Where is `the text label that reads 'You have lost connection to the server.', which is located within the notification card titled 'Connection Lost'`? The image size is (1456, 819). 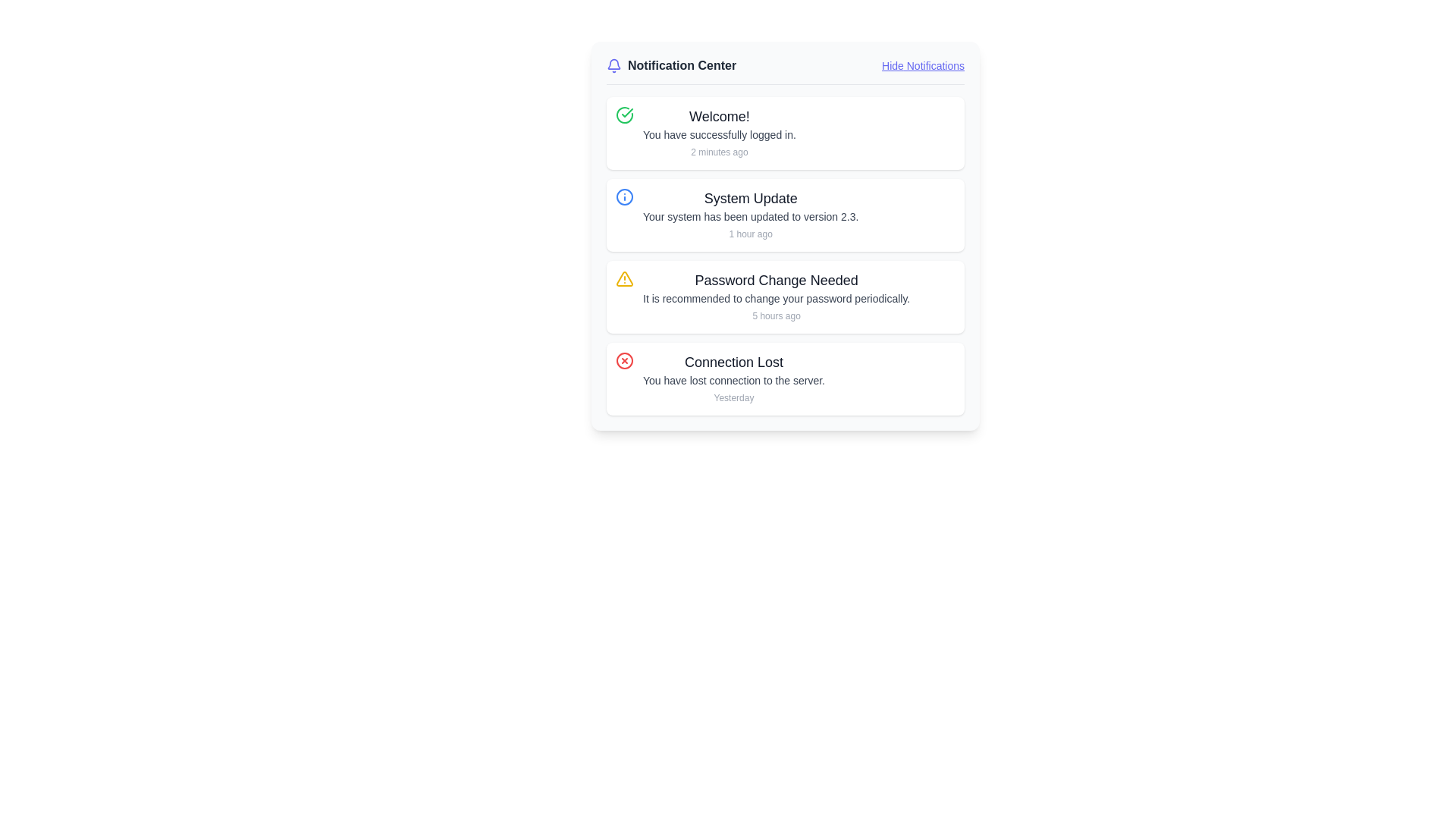
the text label that reads 'You have lost connection to the server.', which is located within the notification card titled 'Connection Lost' is located at coordinates (734, 379).